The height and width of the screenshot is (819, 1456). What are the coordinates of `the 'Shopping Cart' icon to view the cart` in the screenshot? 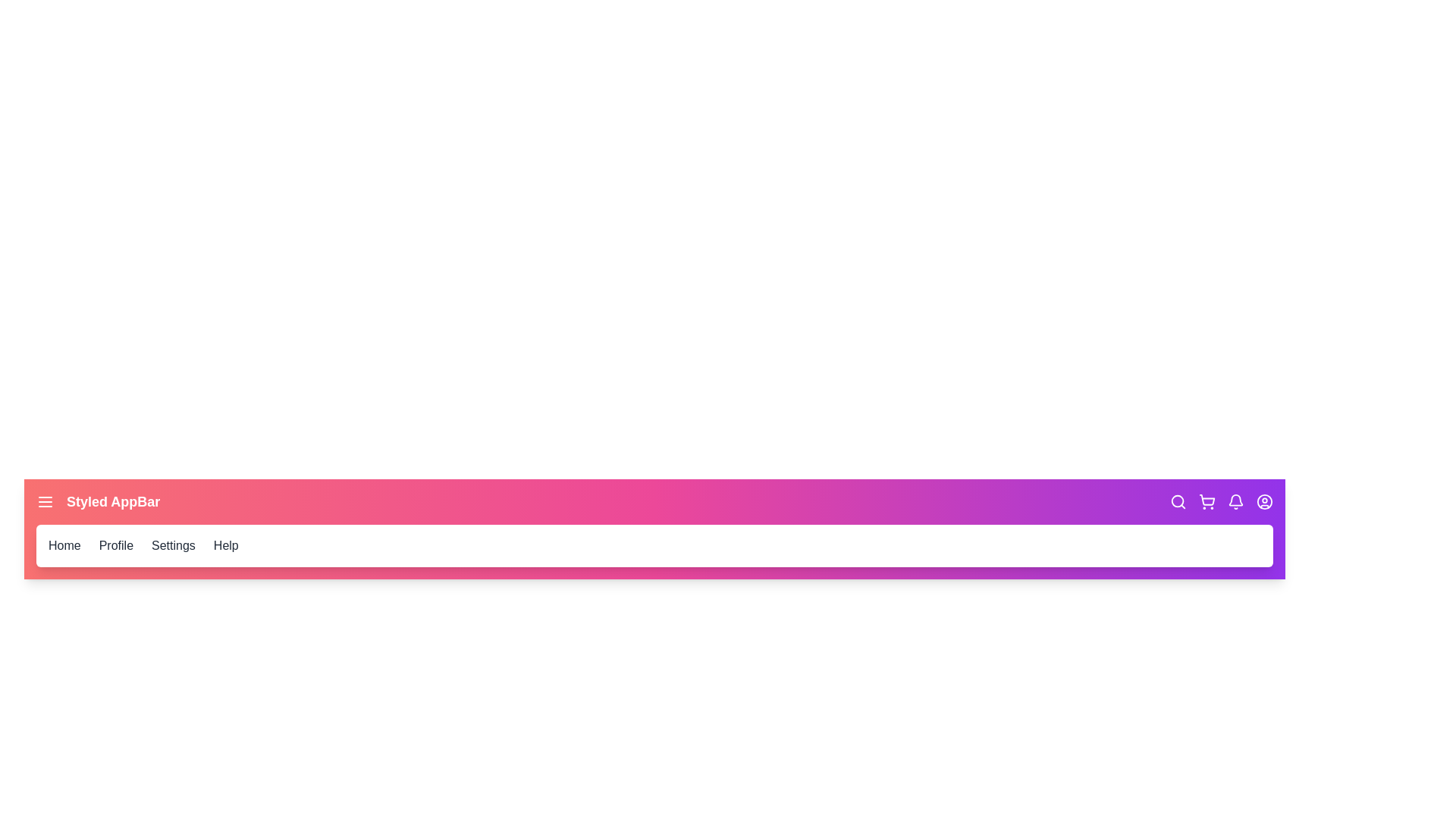 It's located at (1207, 502).